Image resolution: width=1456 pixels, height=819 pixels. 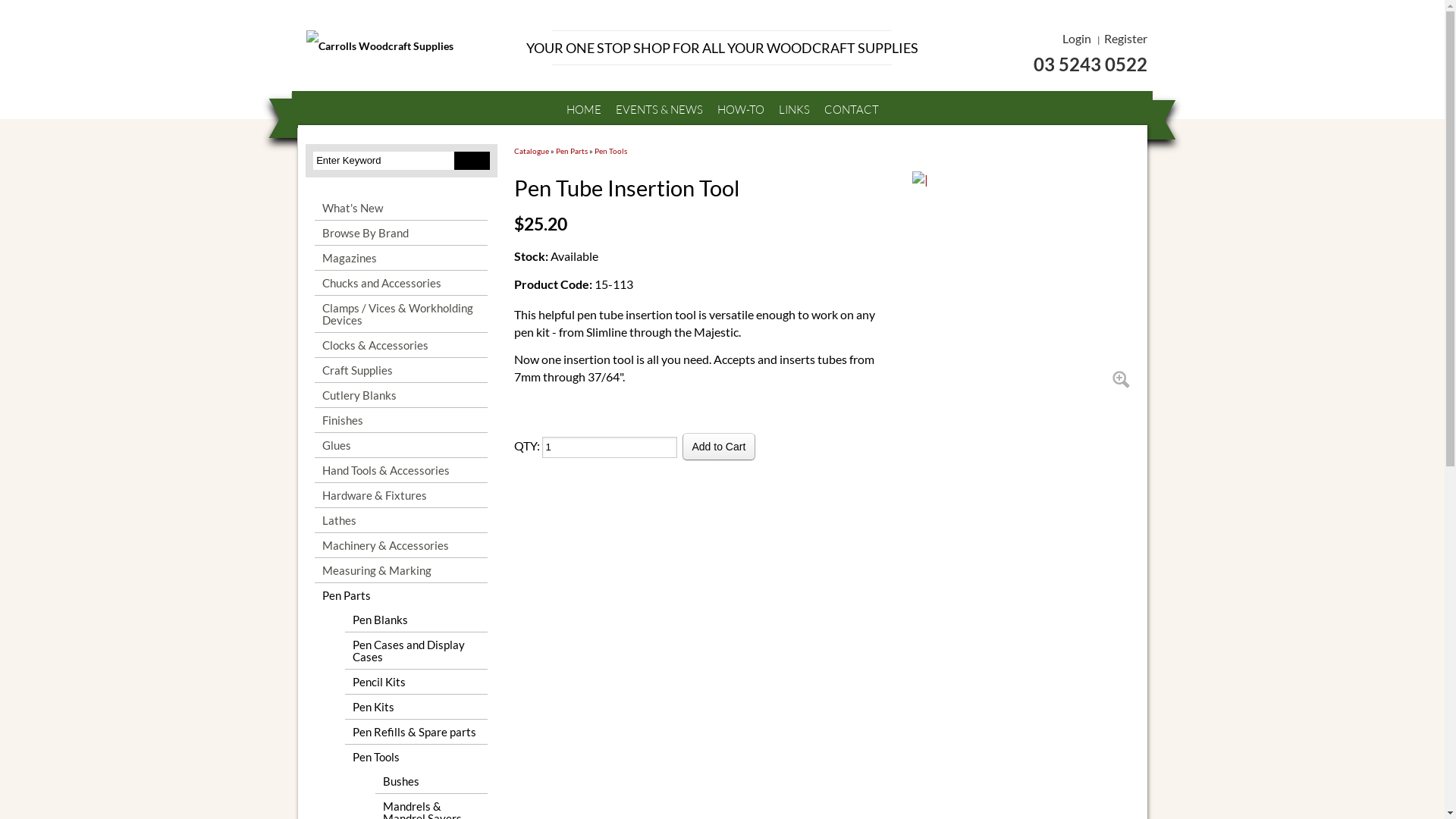 I want to click on 'Browse By Brand', so click(x=313, y=233).